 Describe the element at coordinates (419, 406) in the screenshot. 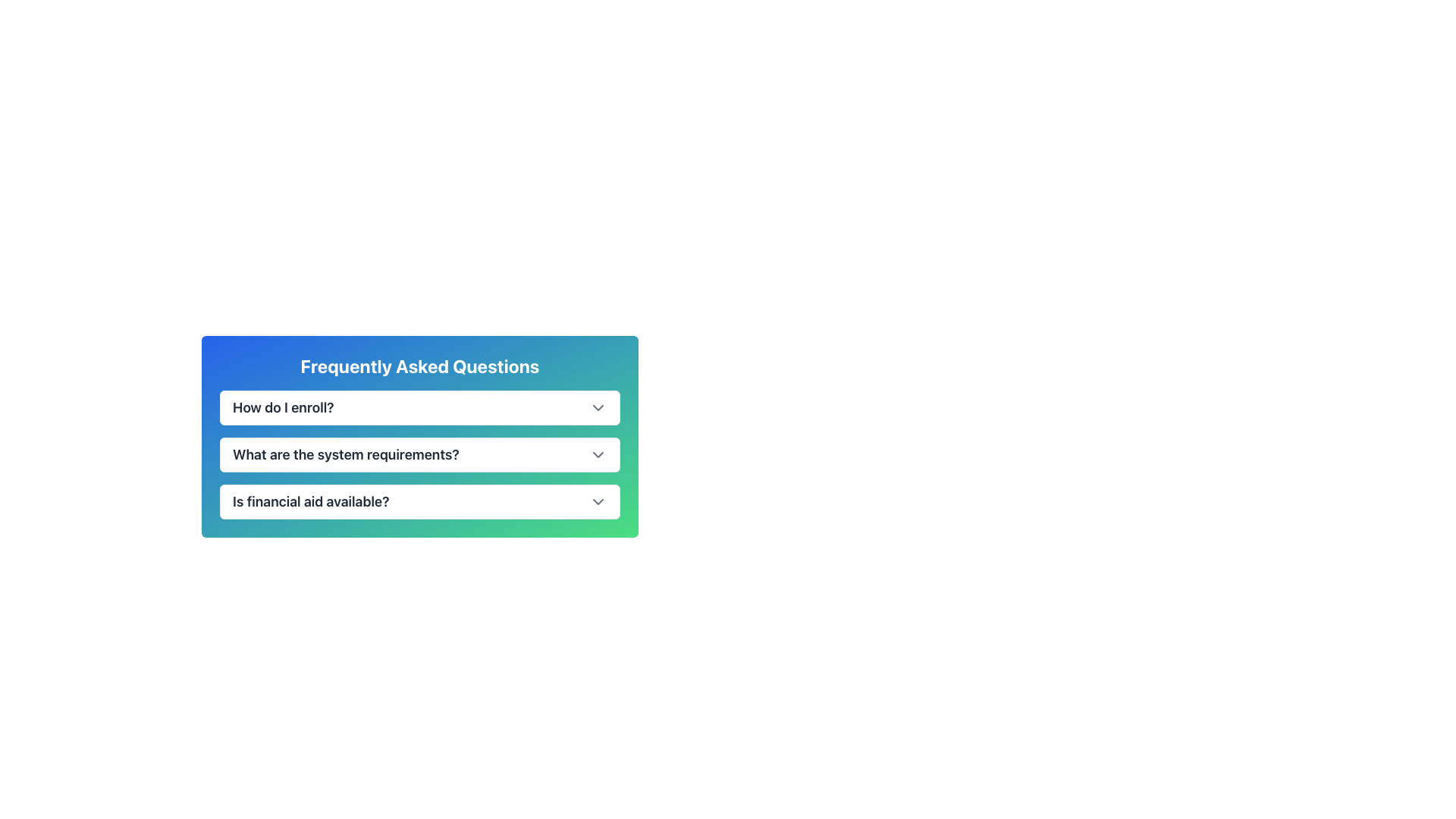

I see `the first item in the FAQ section` at that location.